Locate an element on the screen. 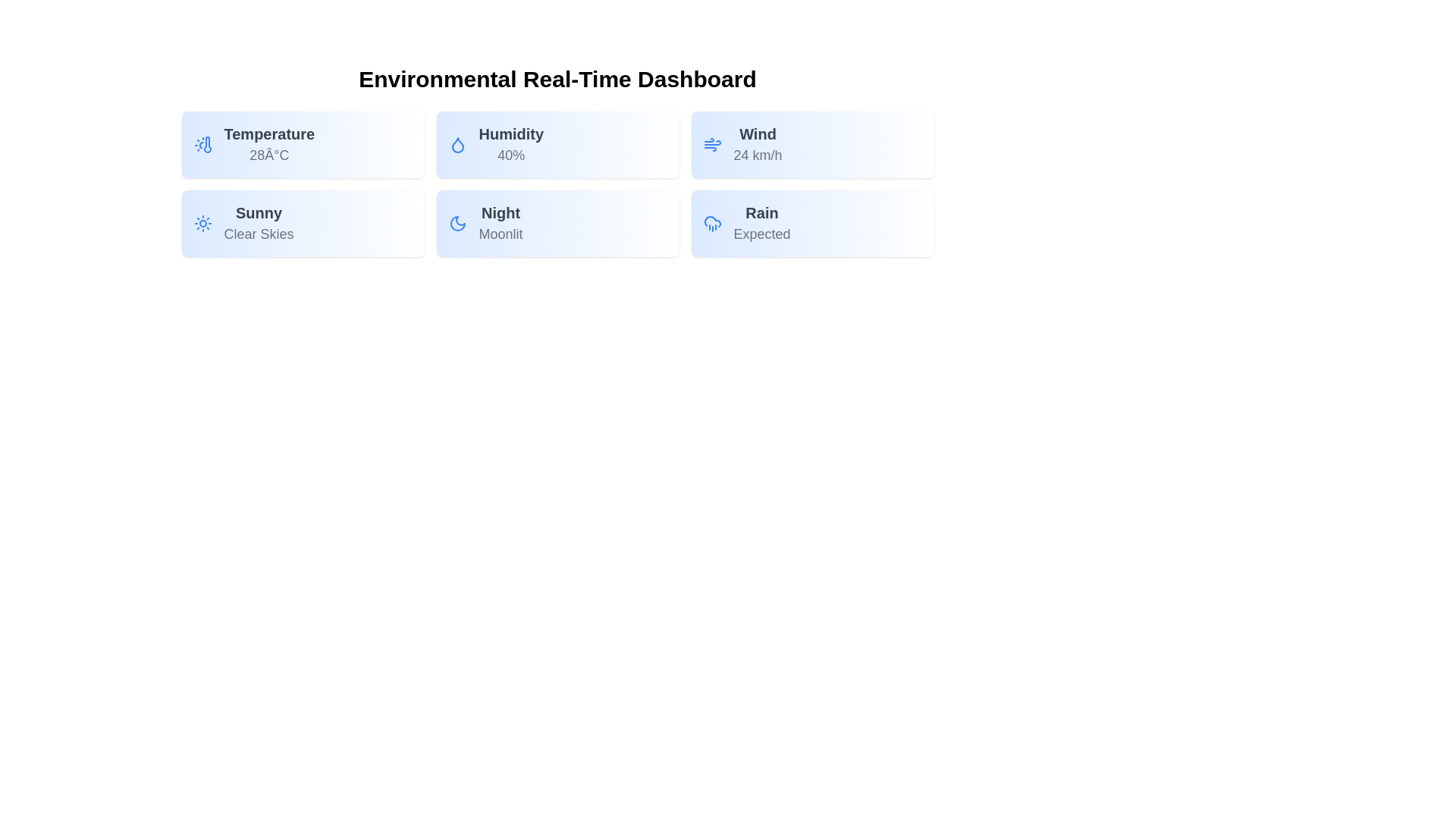  the 'Temperature' card is located at coordinates (303, 145).